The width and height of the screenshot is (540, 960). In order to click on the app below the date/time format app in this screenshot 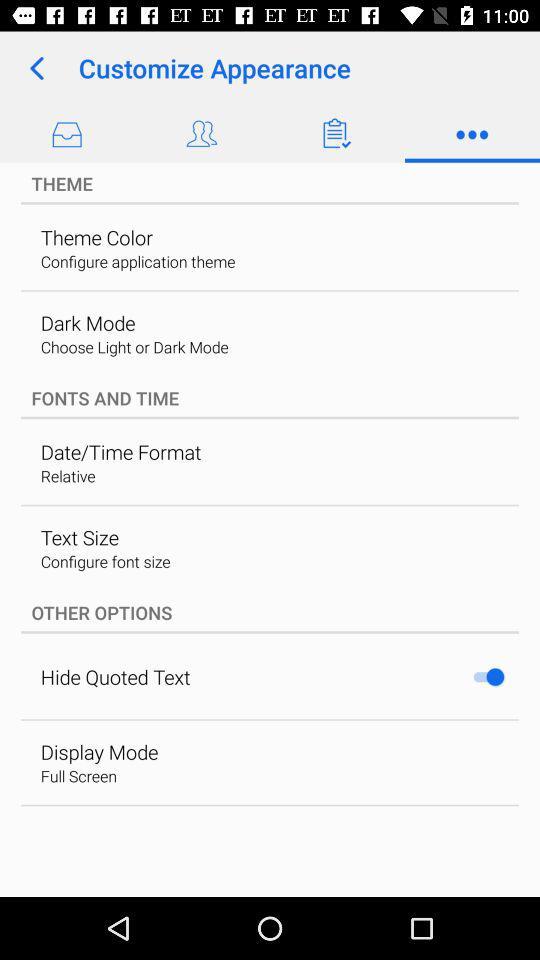, I will do `click(67, 476)`.